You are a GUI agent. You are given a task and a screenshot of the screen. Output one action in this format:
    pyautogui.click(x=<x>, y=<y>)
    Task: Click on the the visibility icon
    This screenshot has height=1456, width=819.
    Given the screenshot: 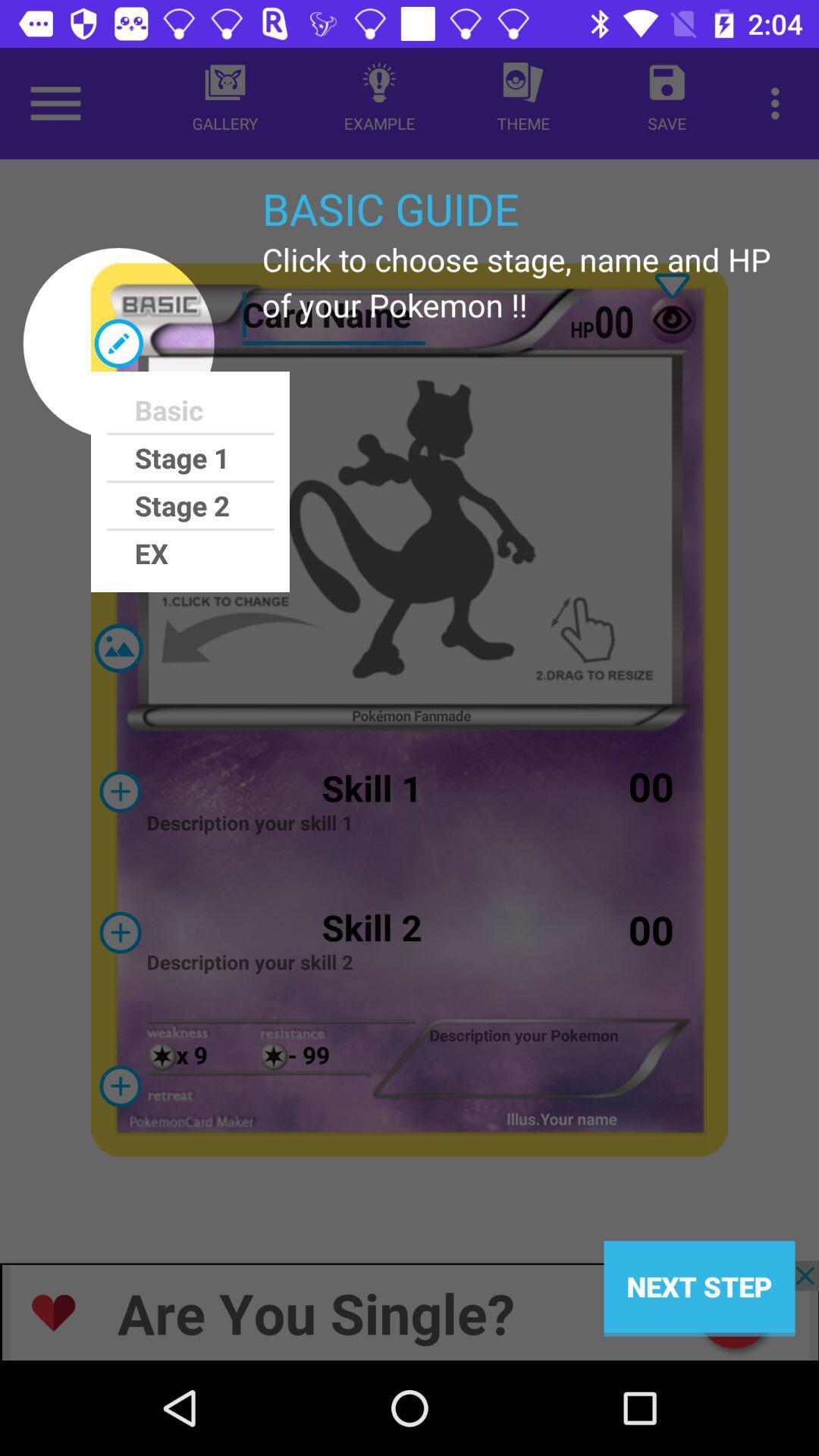 What is the action you would take?
    pyautogui.click(x=671, y=318)
    